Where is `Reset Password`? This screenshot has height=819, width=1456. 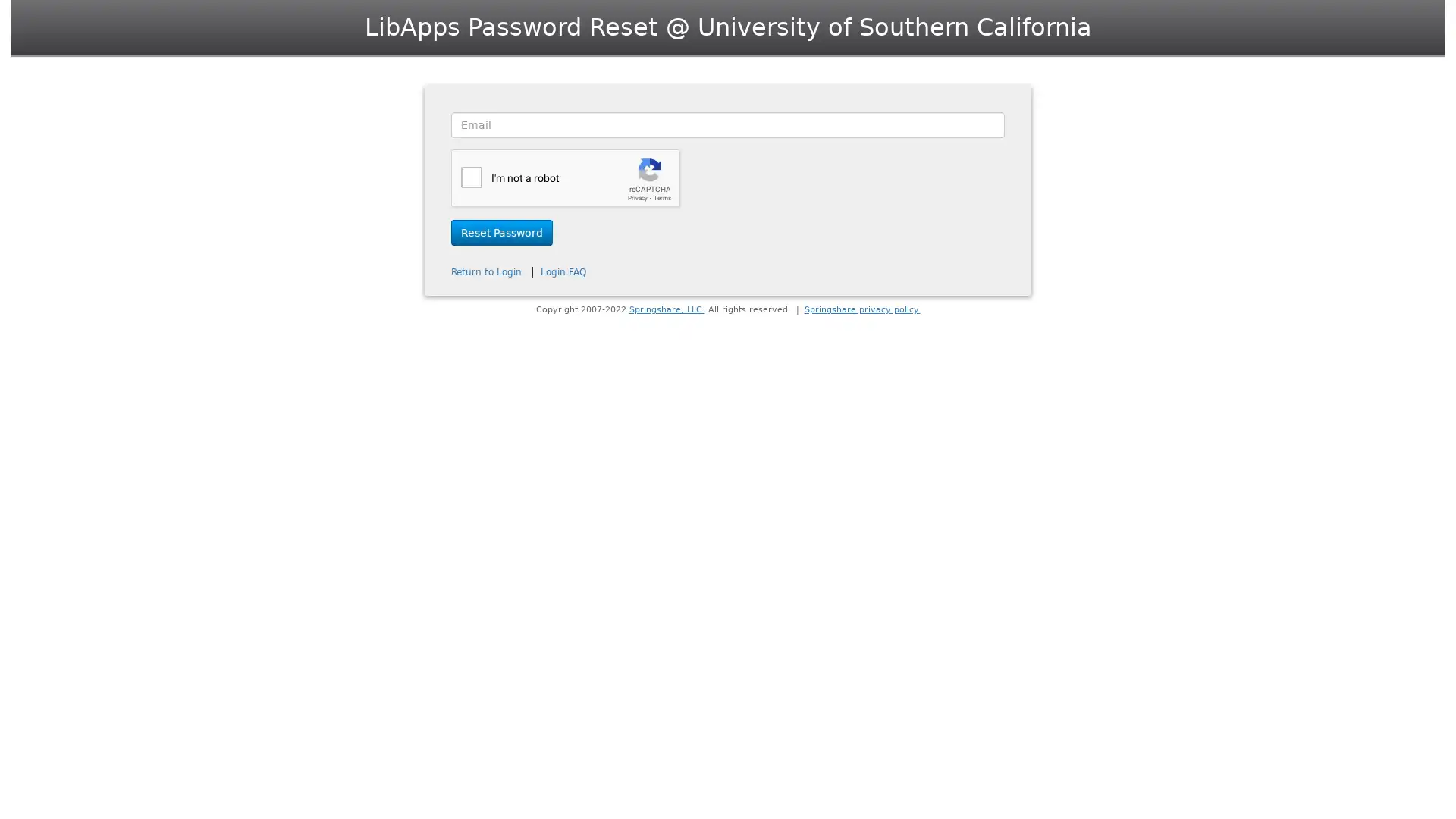 Reset Password is located at coordinates (502, 233).